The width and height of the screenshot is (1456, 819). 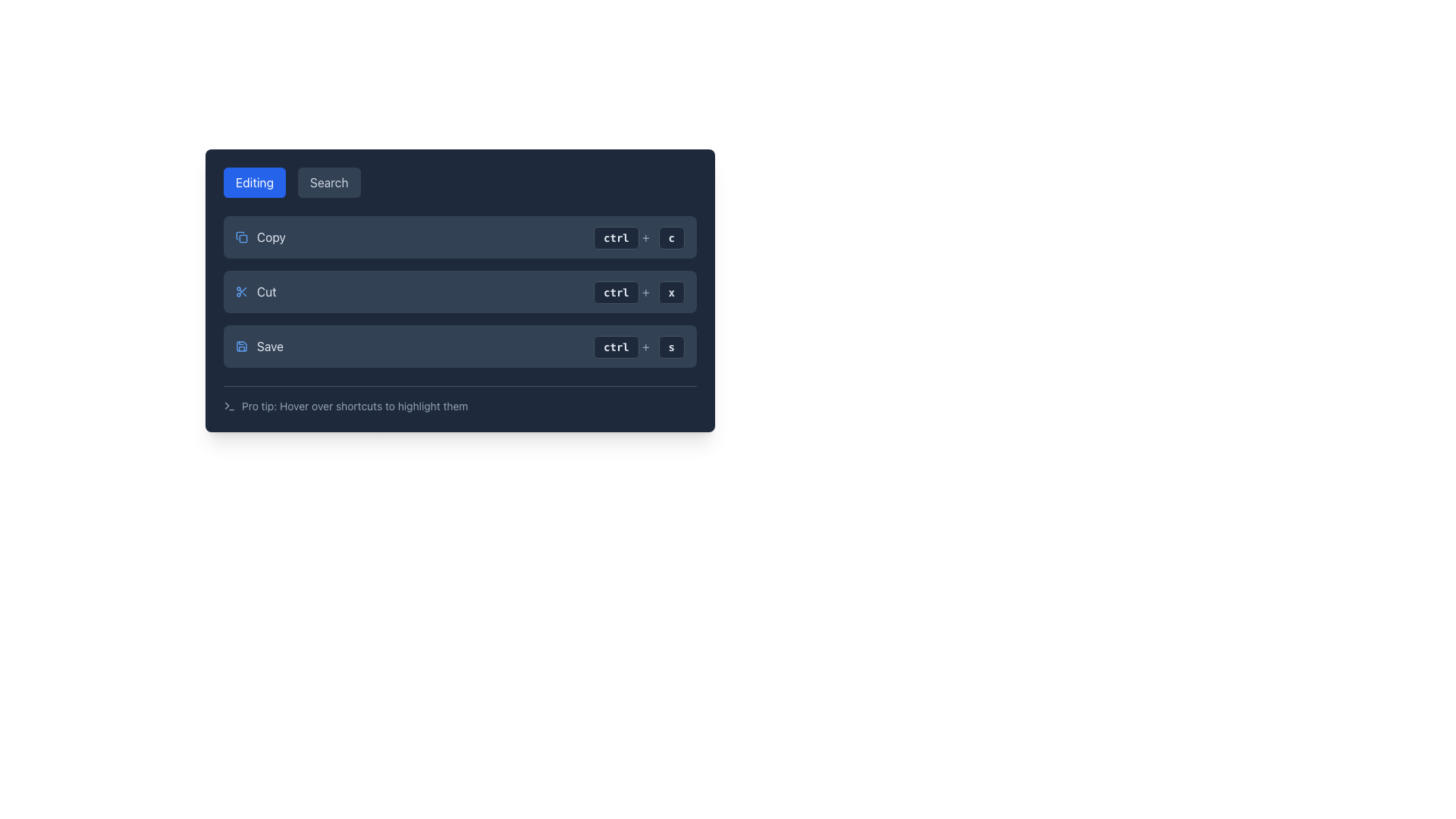 What do you see at coordinates (256, 292) in the screenshot?
I see `the 'Cut' button, which is the second button in a vertically stacked list of options, positioned between 'Copy' and 'Save'` at bounding box center [256, 292].